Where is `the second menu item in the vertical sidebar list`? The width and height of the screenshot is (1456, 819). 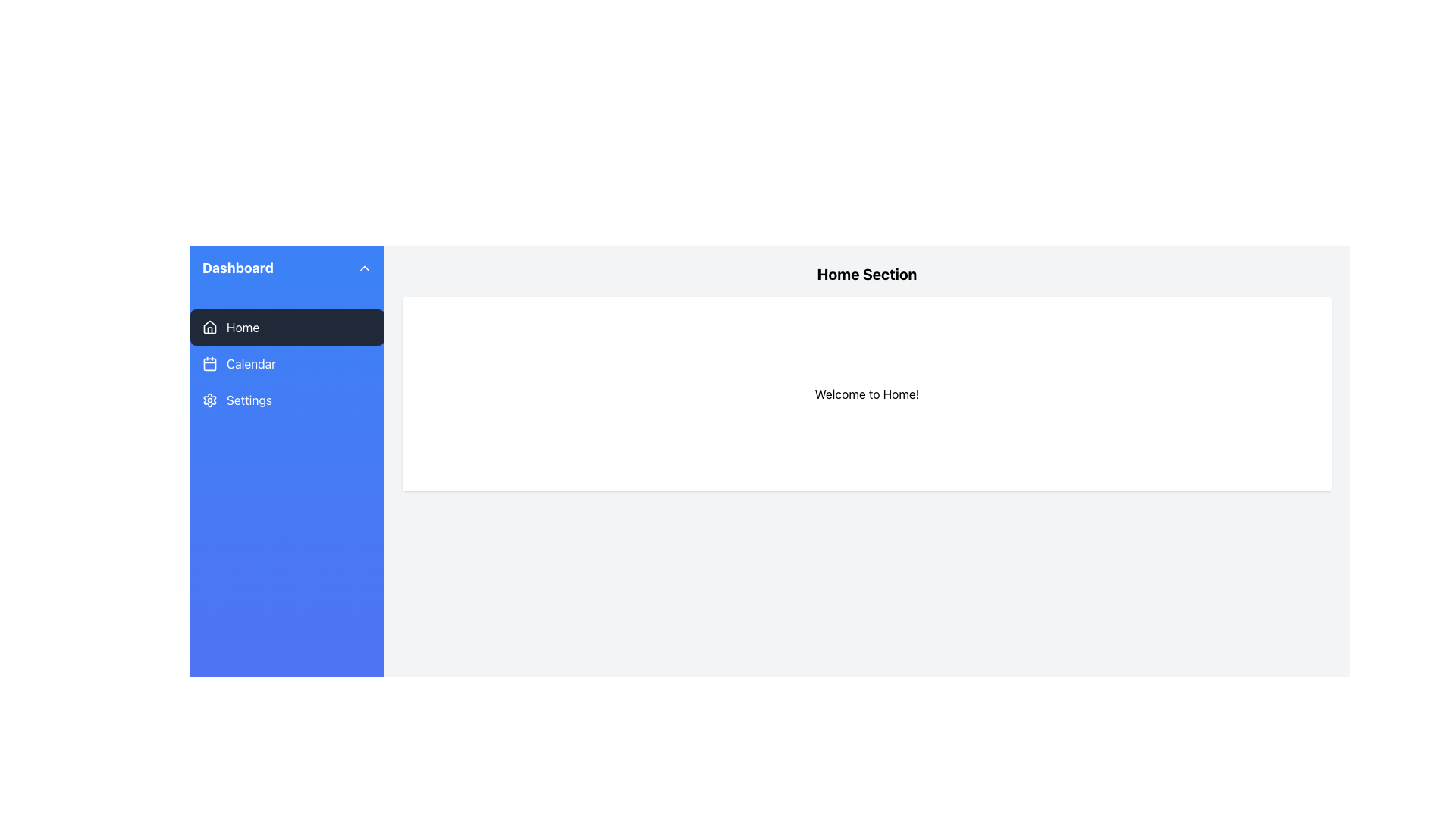 the second menu item in the vertical sidebar list is located at coordinates (287, 363).